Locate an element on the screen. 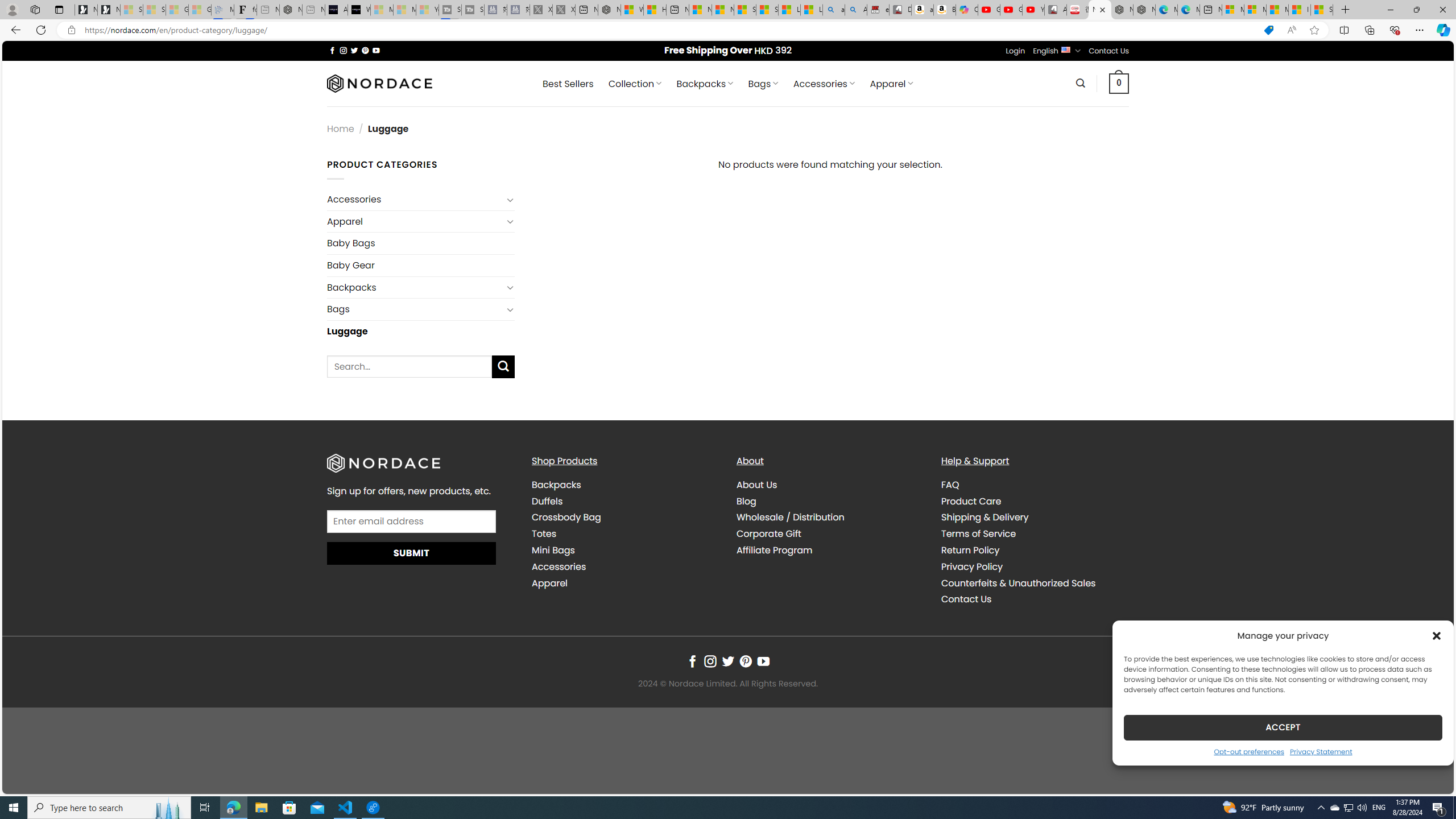  'Submit' is located at coordinates (411, 553).